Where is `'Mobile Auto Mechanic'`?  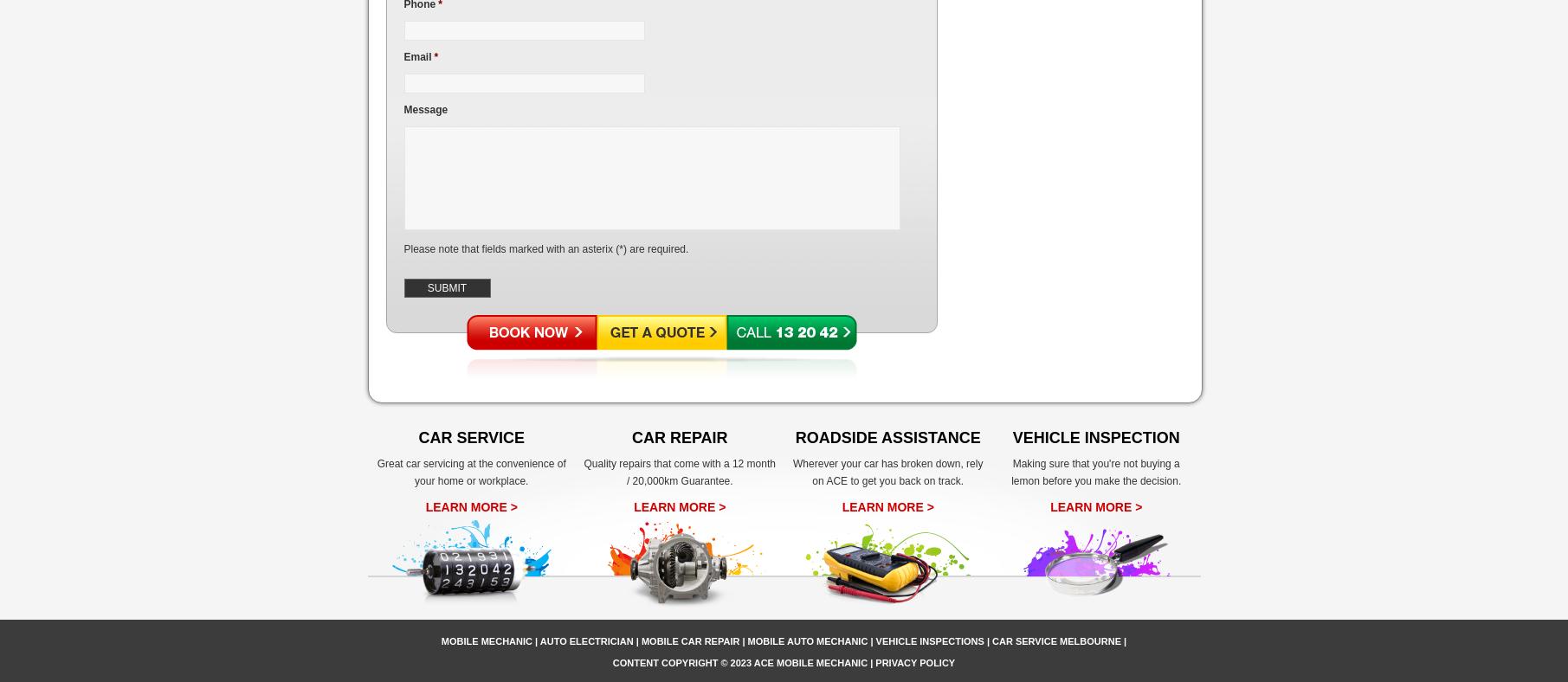
'Mobile Auto Mechanic' is located at coordinates (806, 640).